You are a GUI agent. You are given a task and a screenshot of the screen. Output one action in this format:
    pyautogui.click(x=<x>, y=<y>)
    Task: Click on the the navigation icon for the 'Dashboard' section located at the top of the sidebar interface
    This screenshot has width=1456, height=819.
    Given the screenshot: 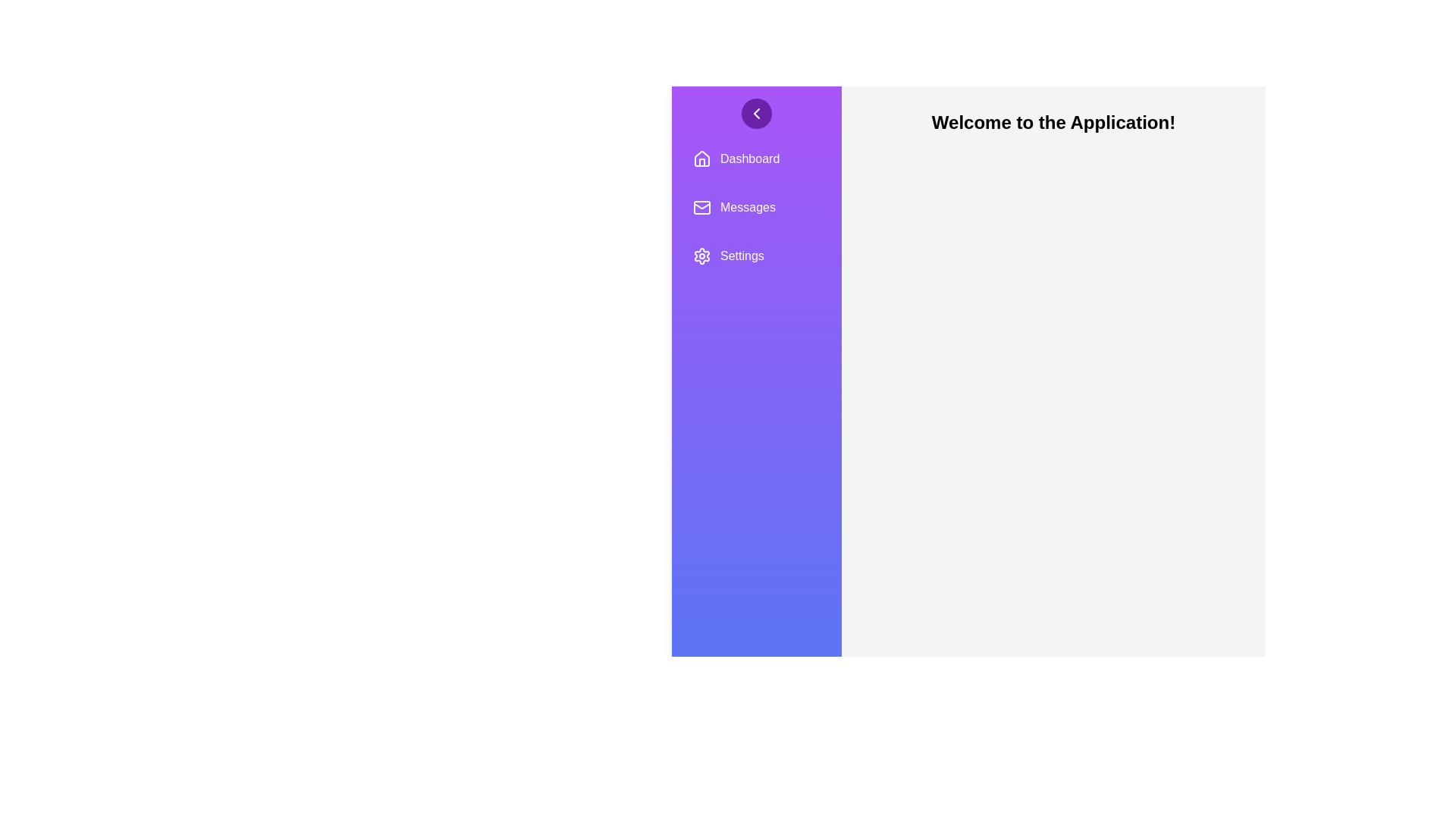 What is the action you would take?
    pyautogui.click(x=701, y=158)
    